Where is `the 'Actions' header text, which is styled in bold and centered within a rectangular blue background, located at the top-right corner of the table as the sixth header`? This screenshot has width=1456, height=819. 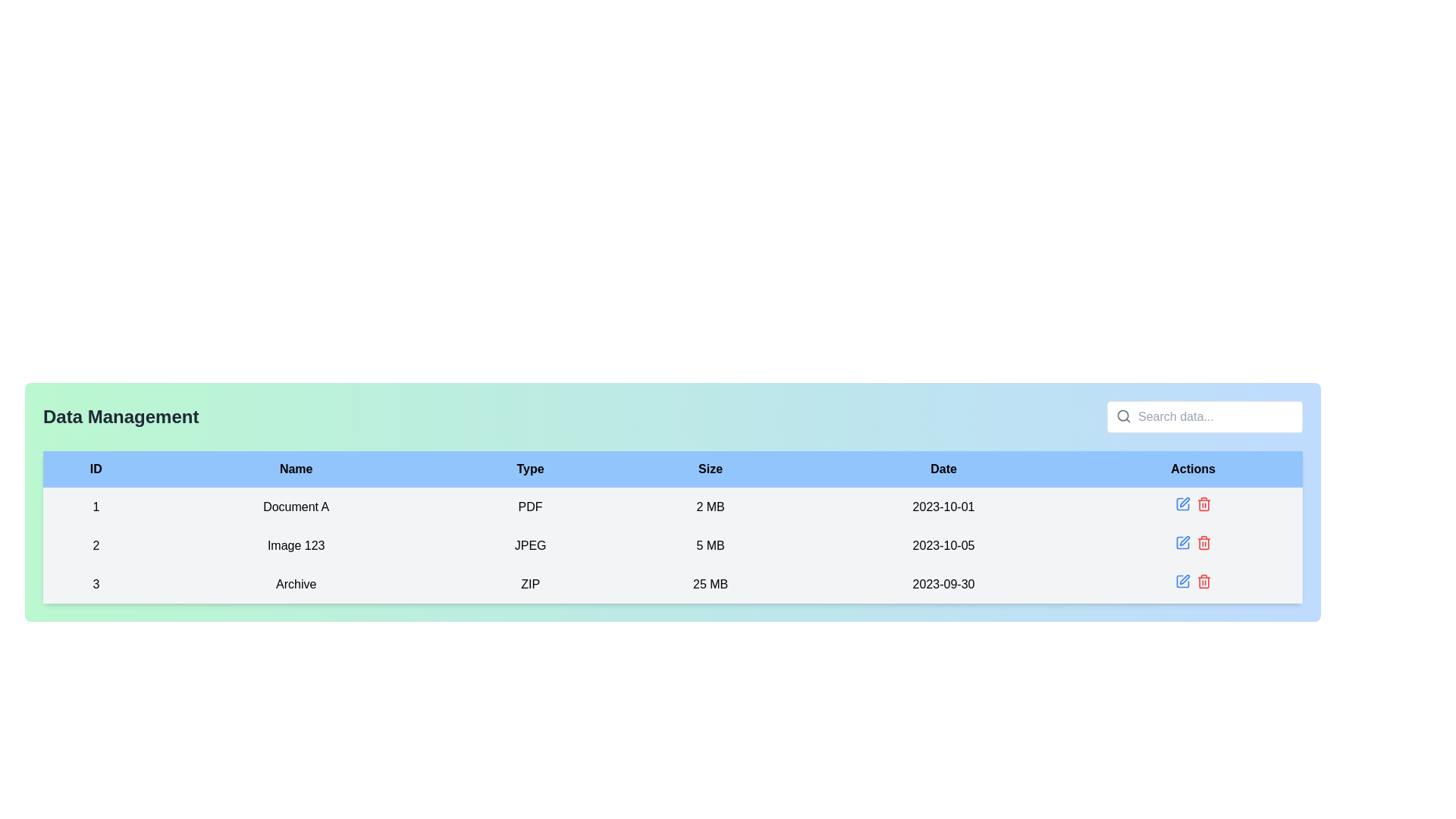 the 'Actions' header text, which is styled in bold and centered within a rectangular blue background, located at the top-right corner of the table as the sixth header is located at coordinates (1192, 468).